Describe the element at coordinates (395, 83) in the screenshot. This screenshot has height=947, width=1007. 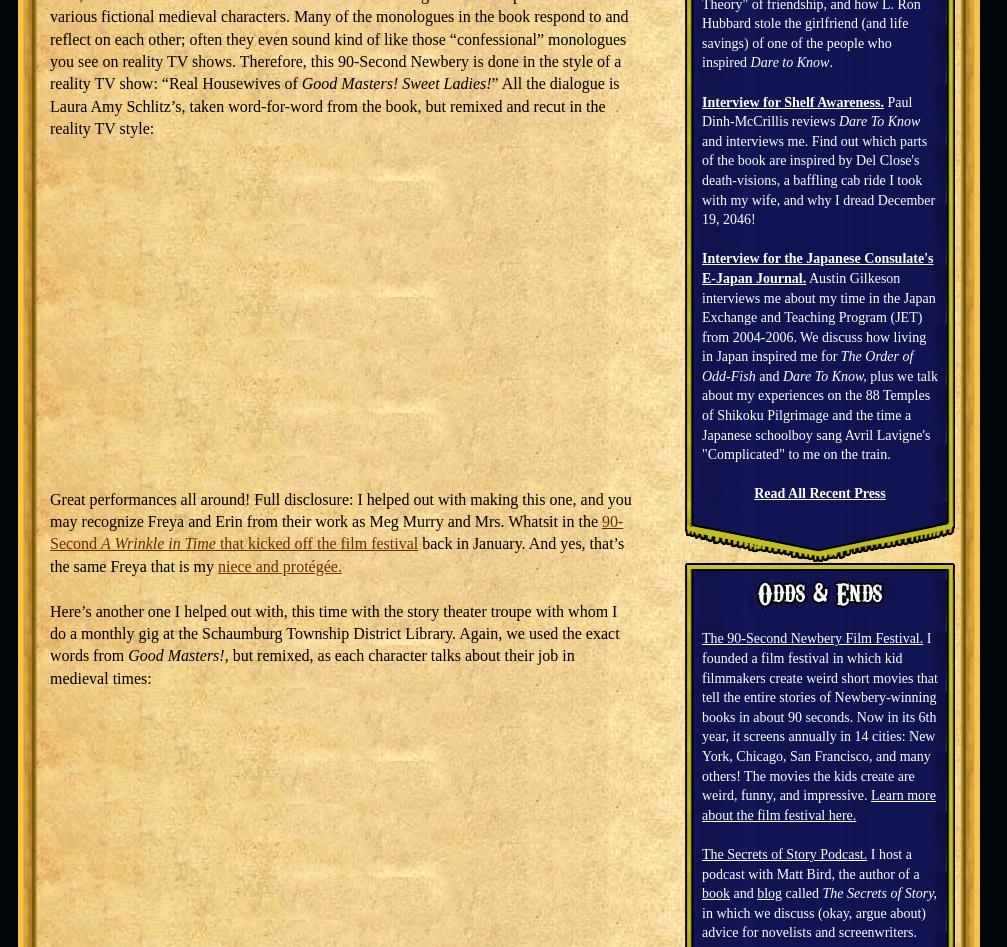
I see `'Good Masters! Sweet Ladies!'` at that location.